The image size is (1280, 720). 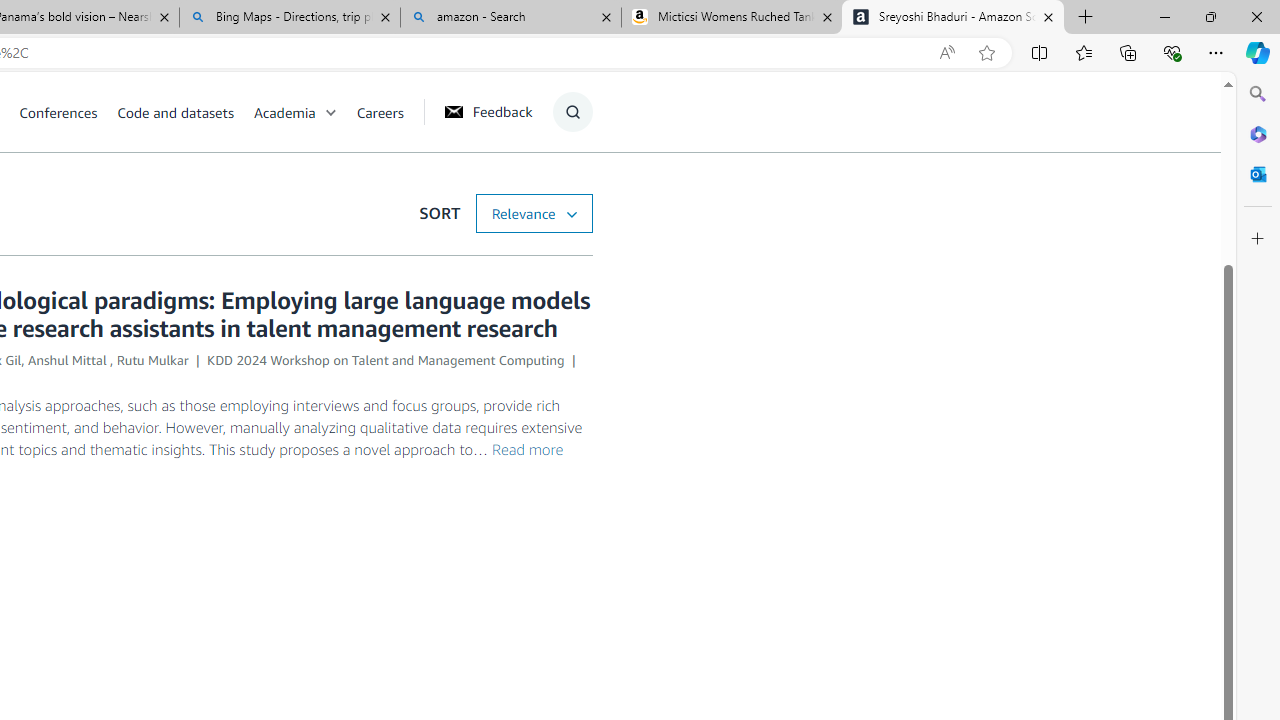 I want to click on 'Code and datasets', so click(x=175, y=111).